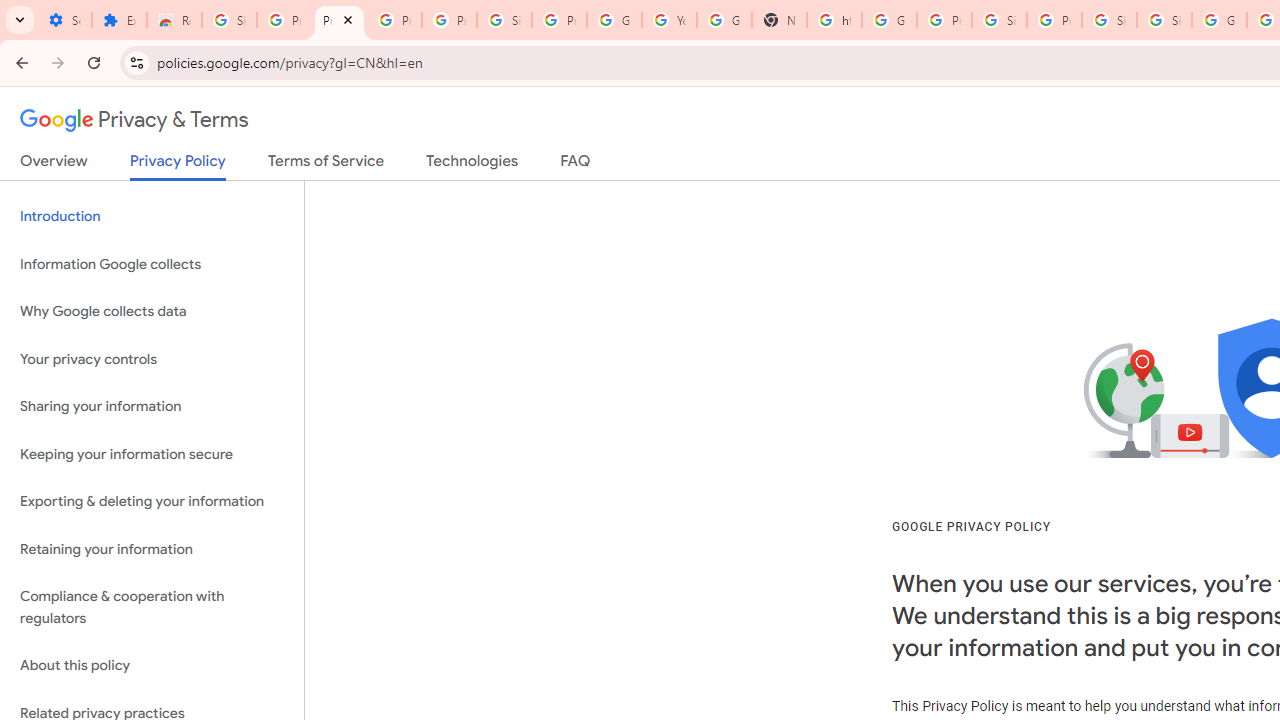 The width and height of the screenshot is (1280, 720). Describe the element at coordinates (151, 358) in the screenshot. I see `'Your privacy controls'` at that location.